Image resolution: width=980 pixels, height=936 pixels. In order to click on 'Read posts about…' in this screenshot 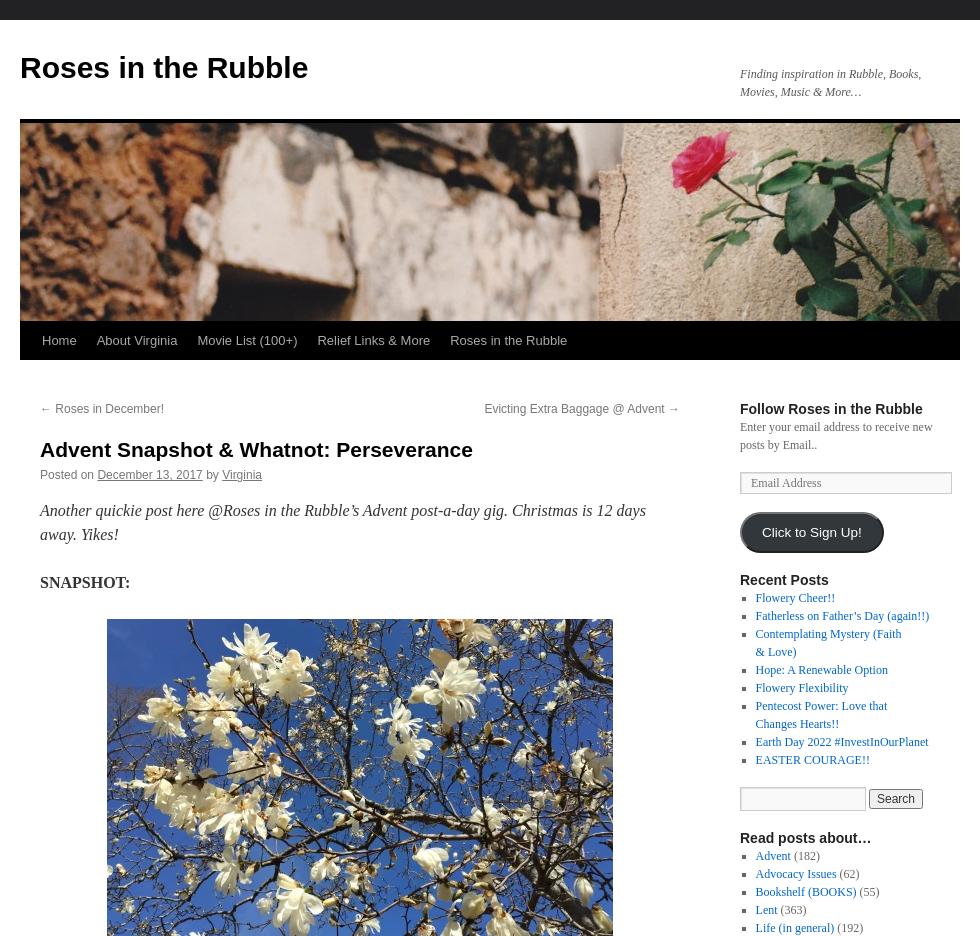, I will do `click(805, 838)`.